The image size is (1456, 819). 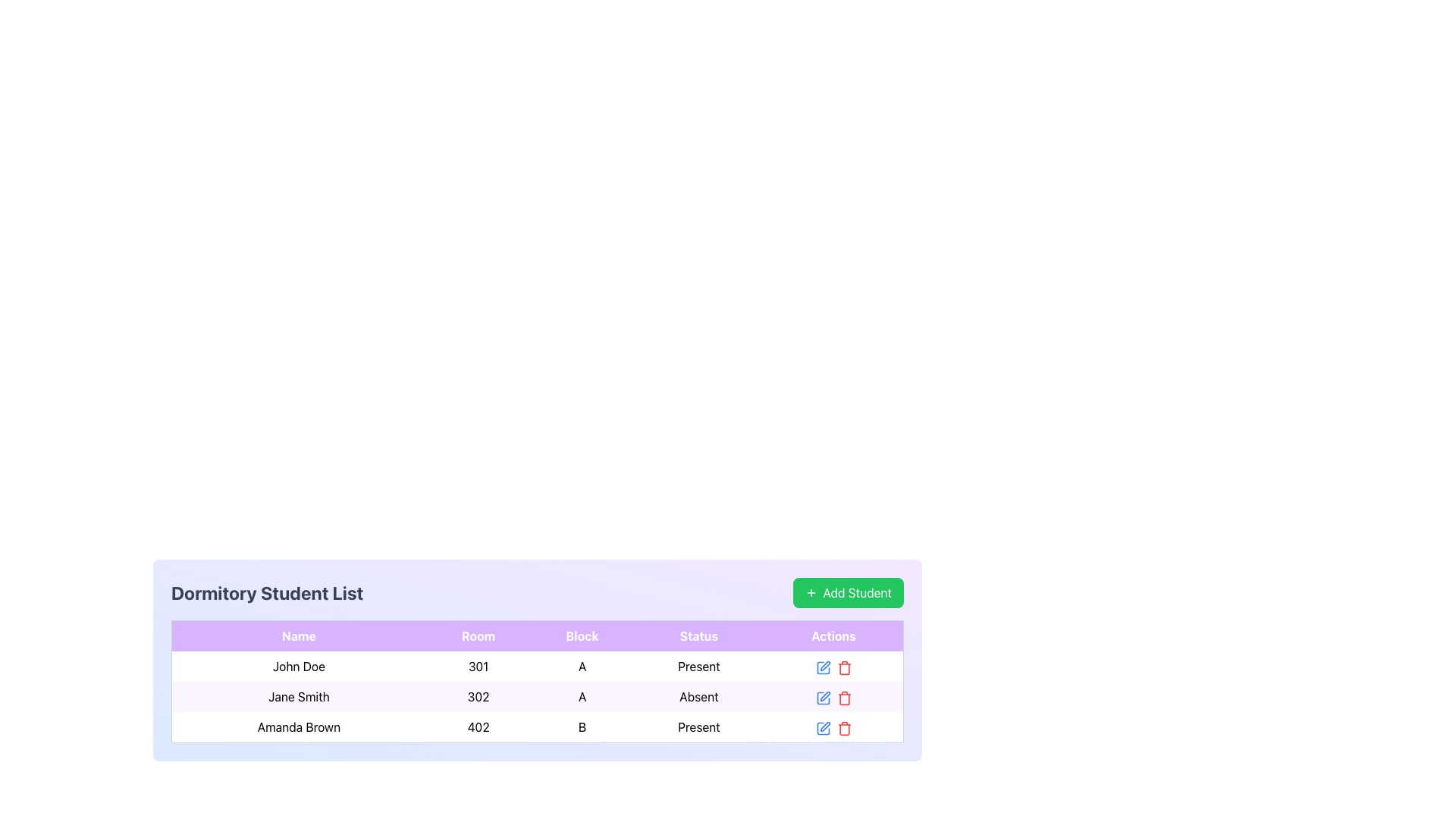 What do you see at coordinates (824, 696) in the screenshot?
I see `the red icon button resembling a pen in the 'Actions' column for 'Jane Smith'` at bounding box center [824, 696].